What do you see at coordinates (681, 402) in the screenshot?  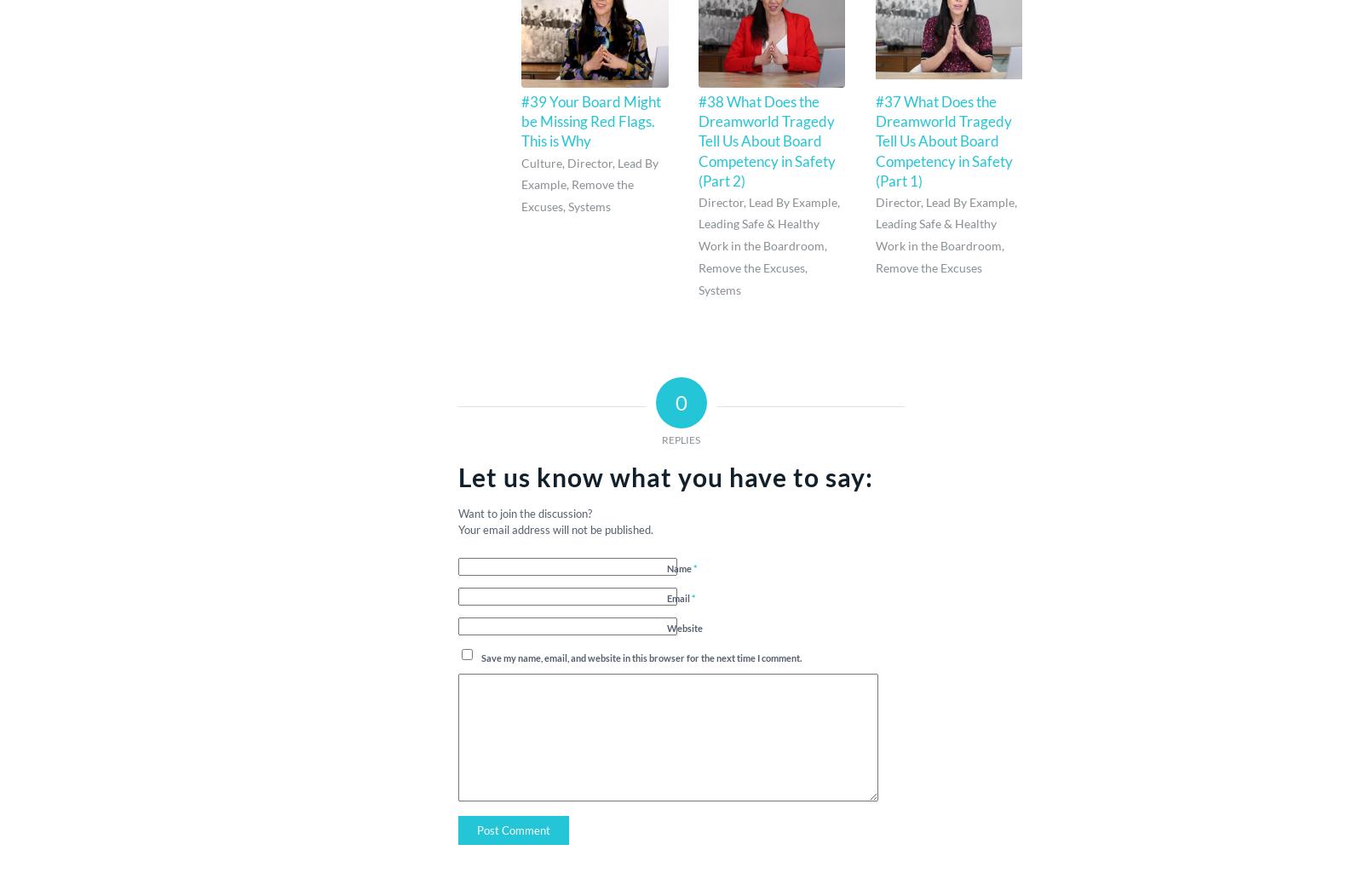 I see `'0'` at bounding box center [681, 402].